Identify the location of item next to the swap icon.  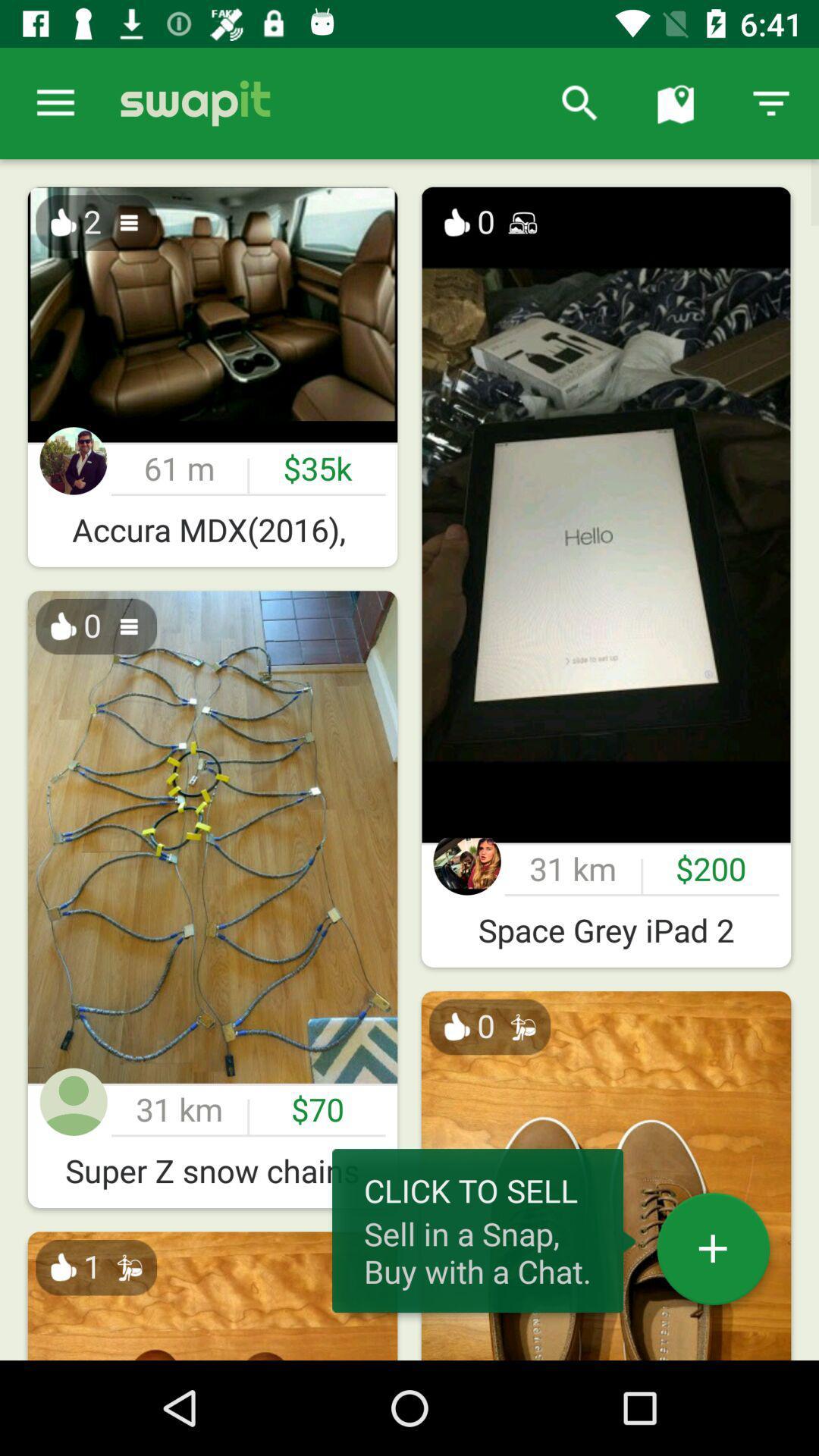
(55, 102).